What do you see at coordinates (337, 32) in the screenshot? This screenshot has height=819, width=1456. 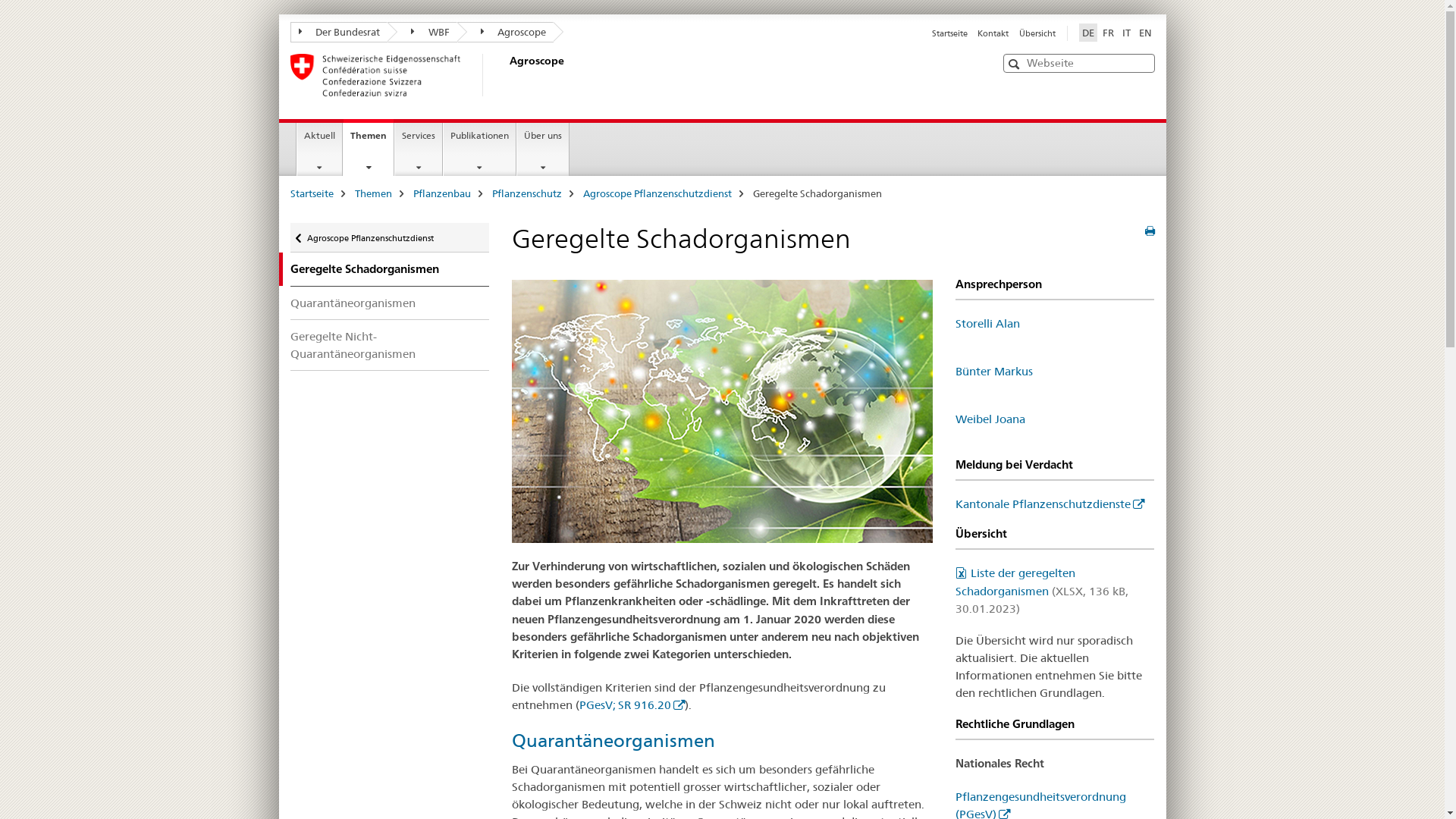 I see `'Der Bundesrat'` at bounding box center [337, 32].